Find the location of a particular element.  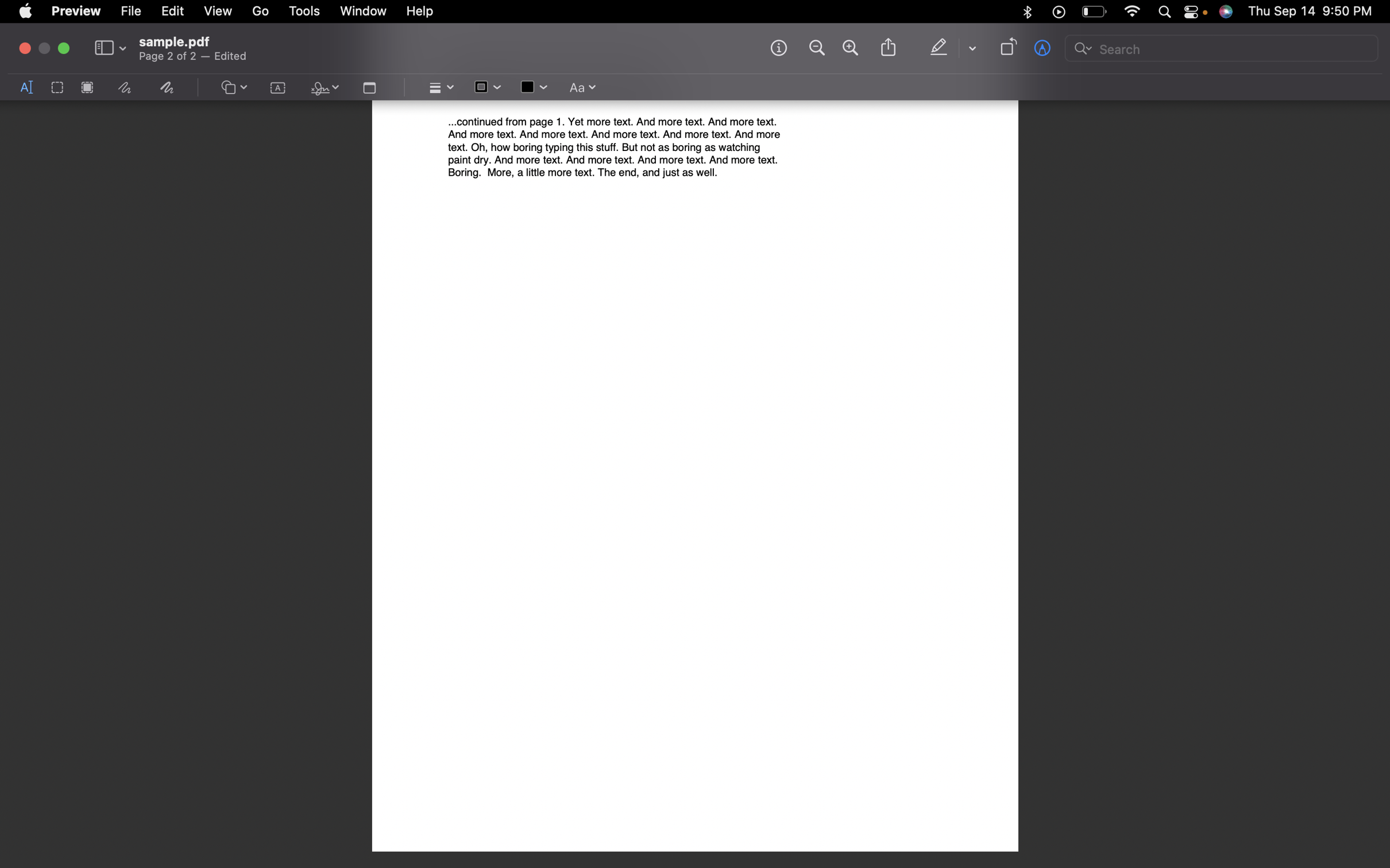

a pyautogui click for the "redact" function is located at coordinates (87, 88).